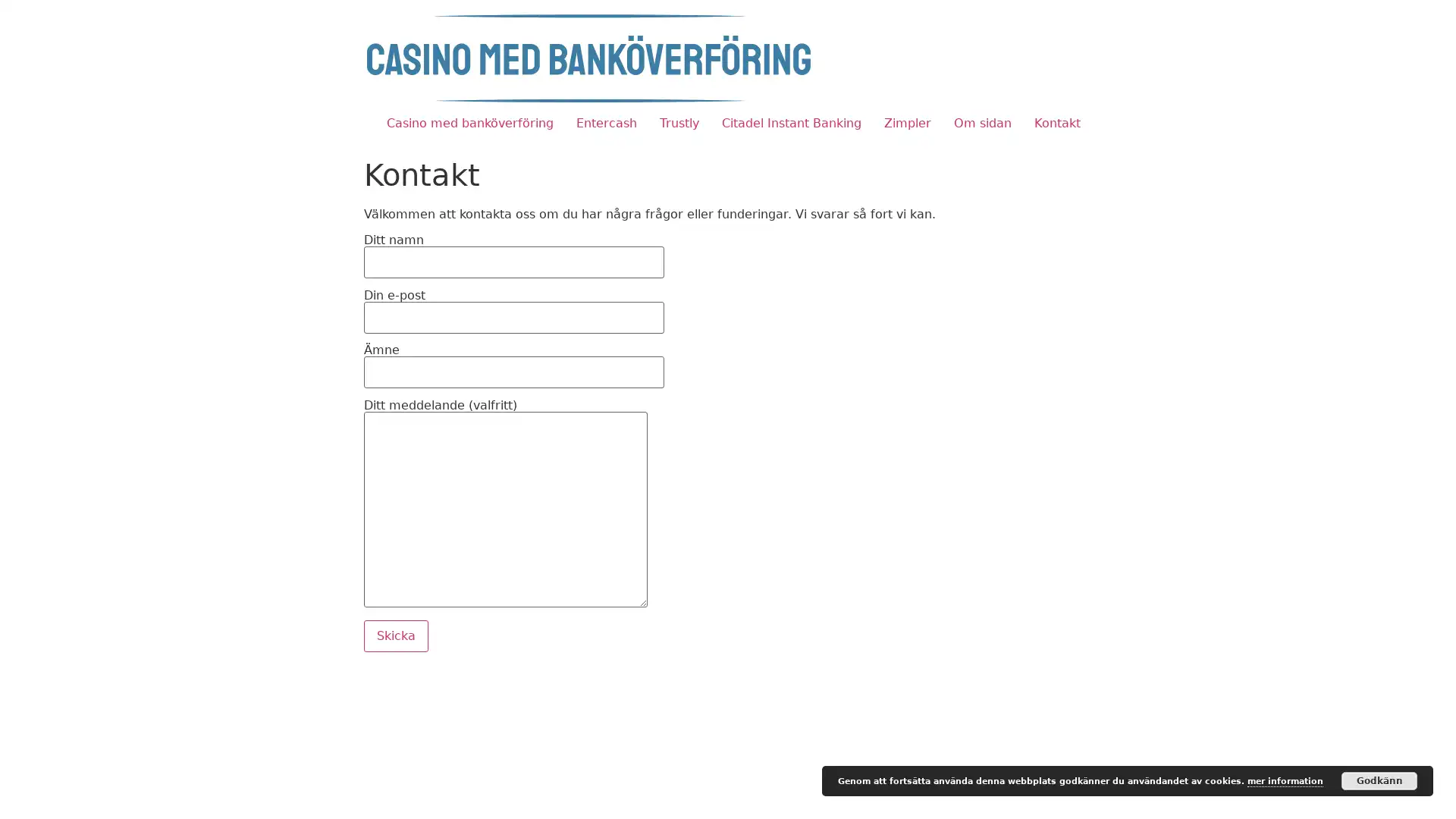  What do you see at coordinates (396, 635) in the screenshot?
I see `Skicka` at bounding box center [396, 635].